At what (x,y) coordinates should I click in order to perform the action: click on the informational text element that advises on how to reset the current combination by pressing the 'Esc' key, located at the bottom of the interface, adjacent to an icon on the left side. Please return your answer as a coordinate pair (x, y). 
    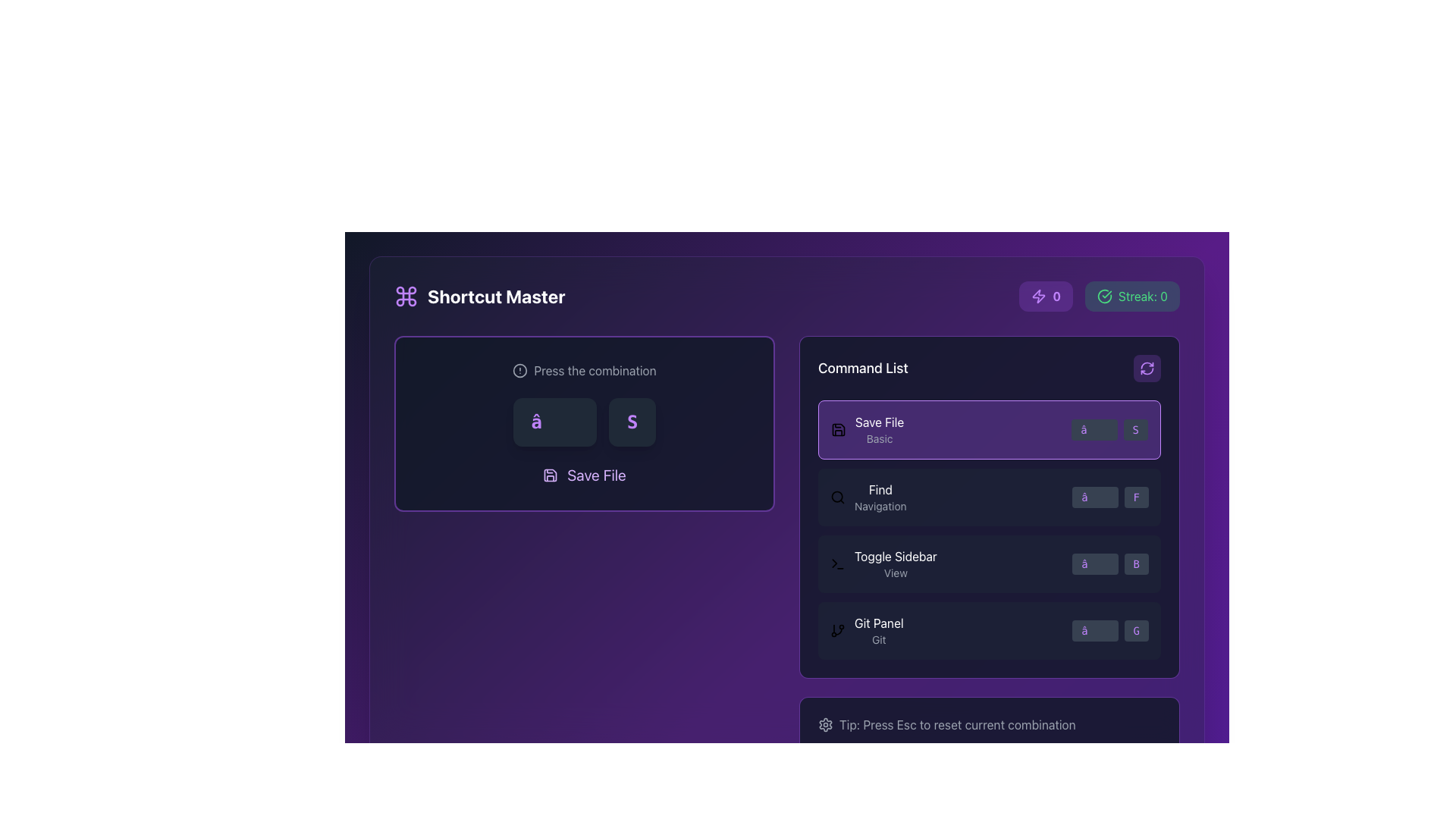
    Looking at the image, I should click on (956, 724).